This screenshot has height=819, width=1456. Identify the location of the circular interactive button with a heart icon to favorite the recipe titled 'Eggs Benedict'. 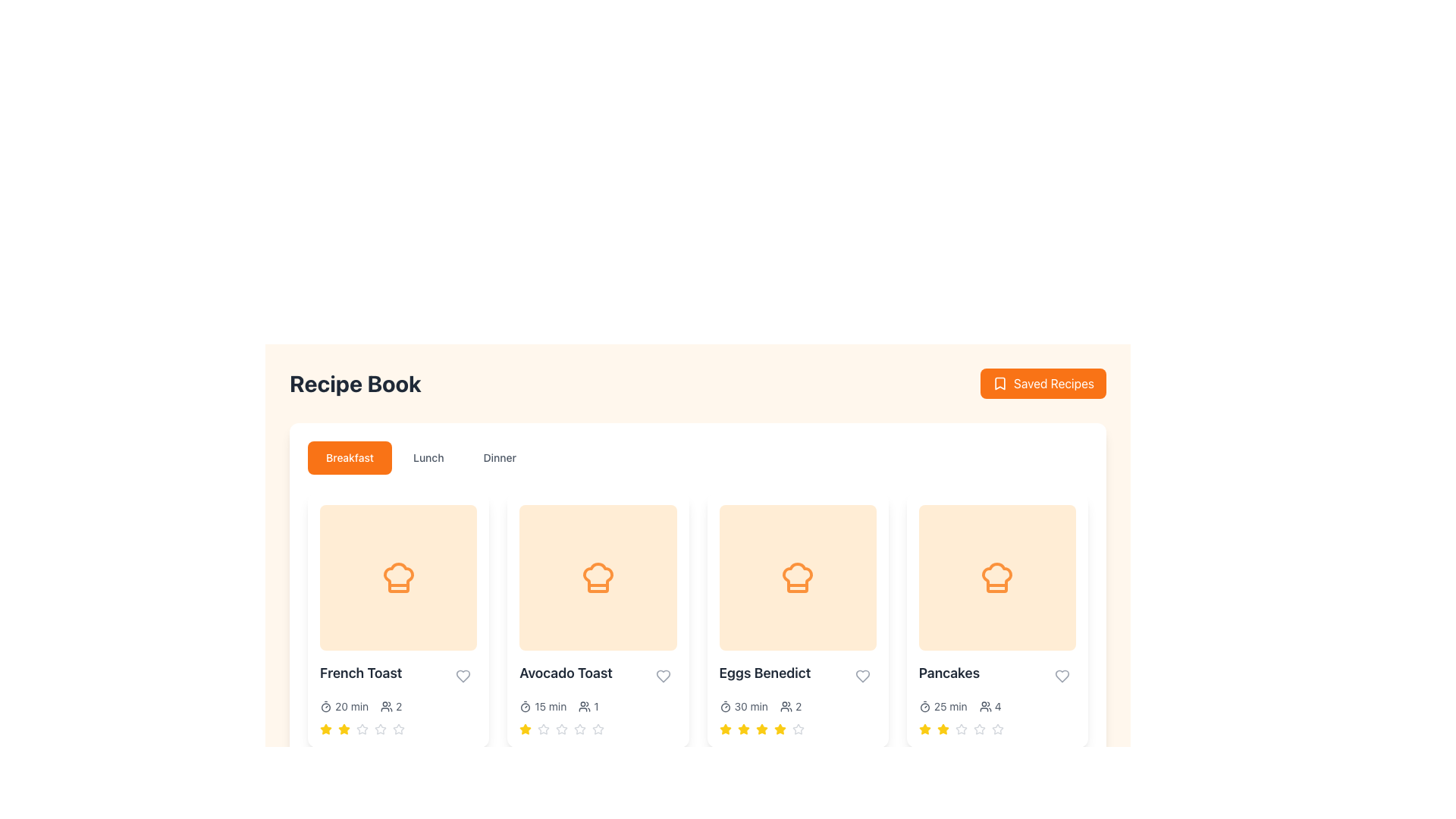
(862, 675).